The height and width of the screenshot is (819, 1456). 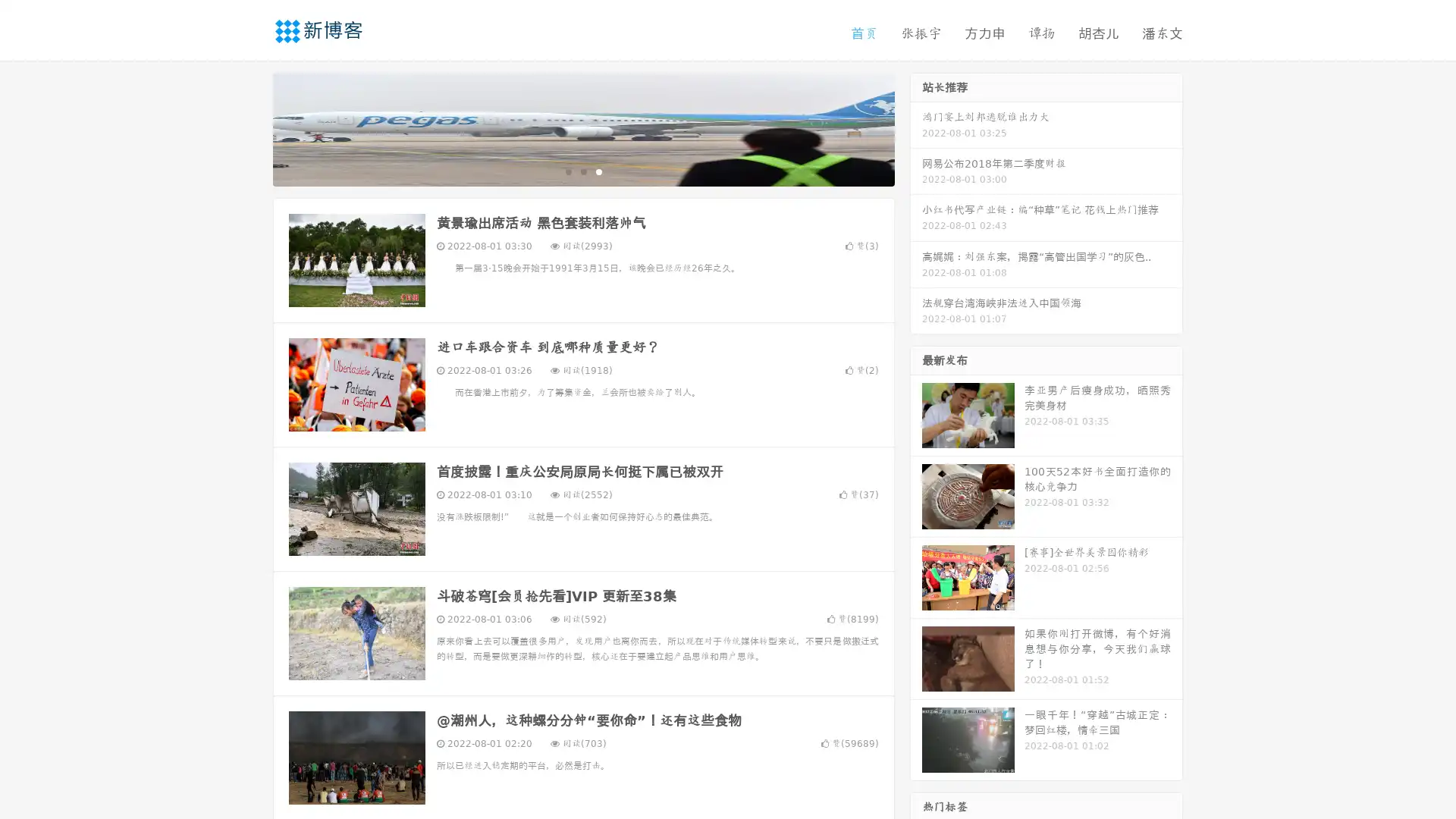 What do you see at coordinates (916, 127) in the screenshot?
I see `Next slide` at bounding box center [916, 127].